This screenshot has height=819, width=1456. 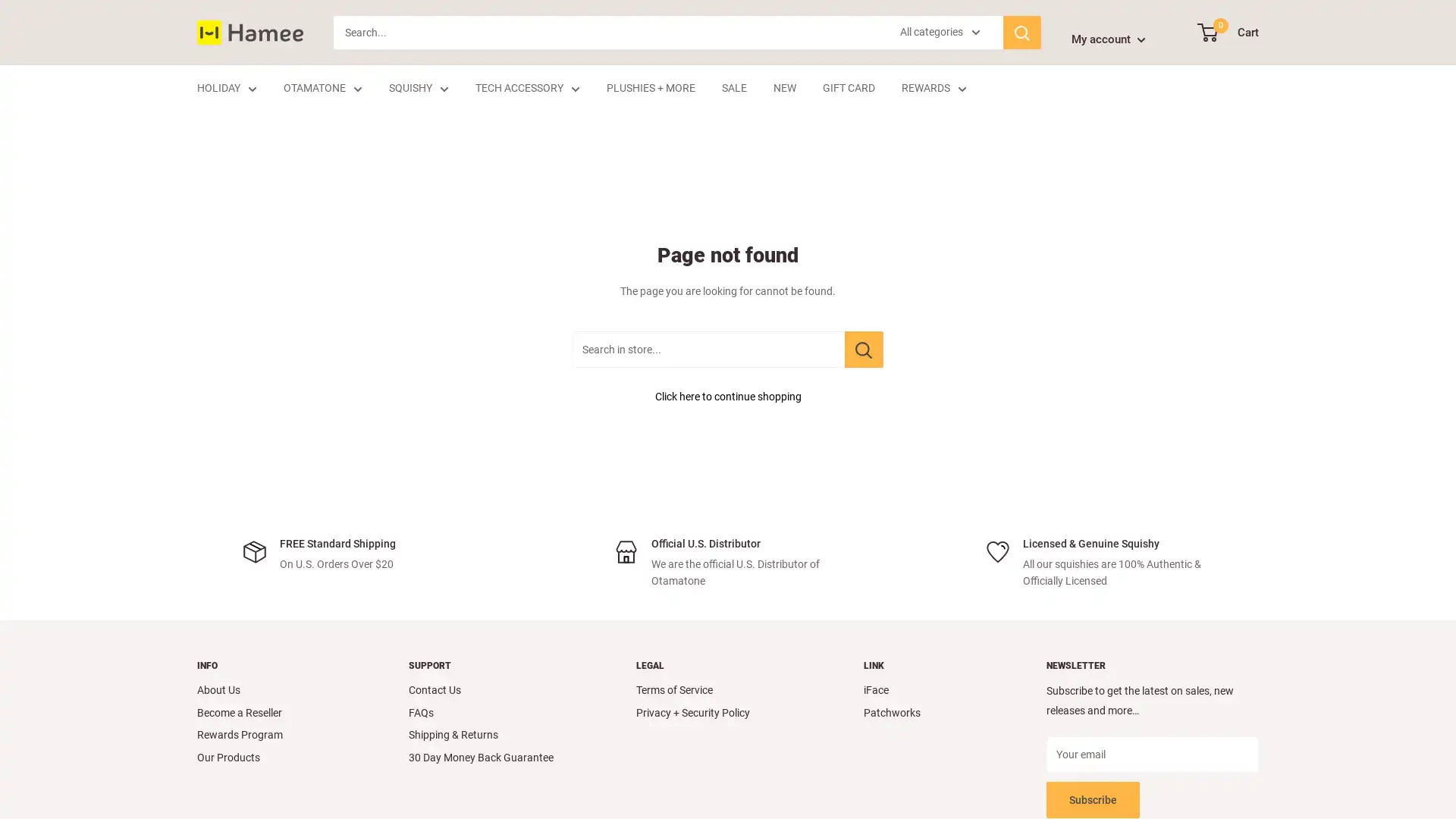 I want to click on LEGAL, so click(x=723, y=664).